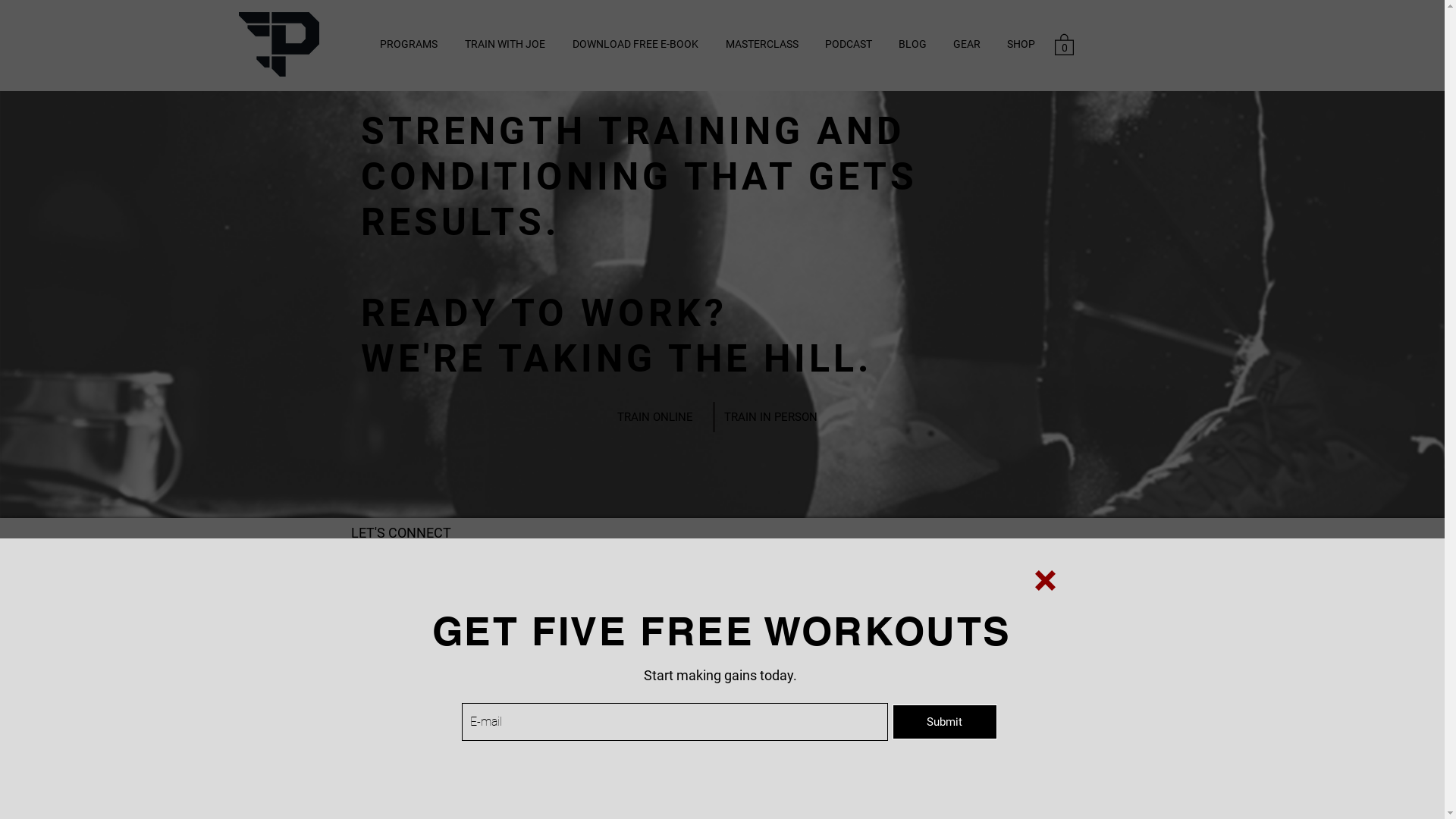 This screenshot has height=819, width=1456. Describe the element at coordinates (654, 417) in the screenshot. I see `'TRAIN ONLINE'` at that location.